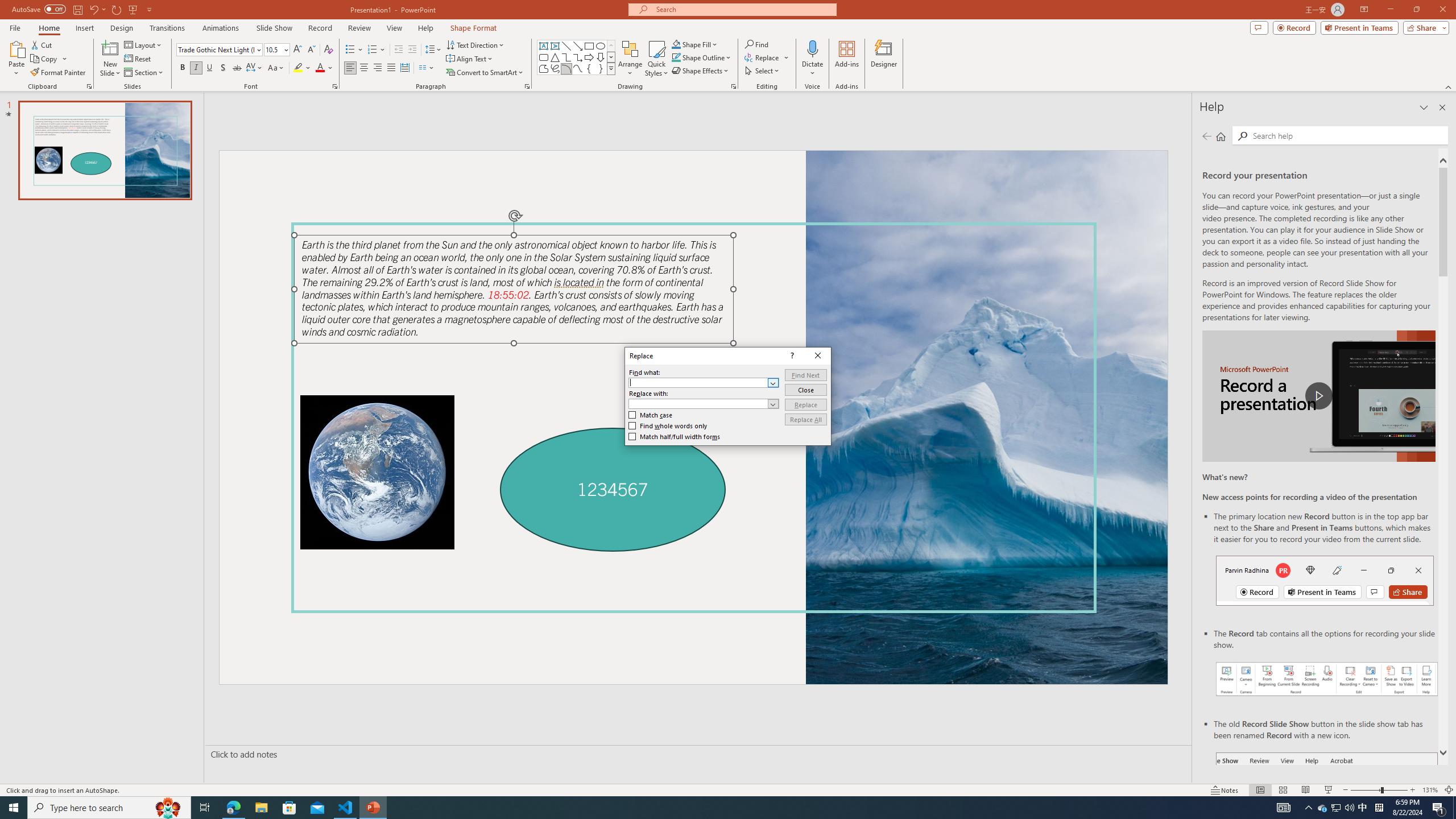 The width and height of the screenshot is (1456, 819). What do you see at coordinates (1336, 806) in the screenshot?
I see `'User Promoted Notification Area'` at bounding box center [1336, 806].